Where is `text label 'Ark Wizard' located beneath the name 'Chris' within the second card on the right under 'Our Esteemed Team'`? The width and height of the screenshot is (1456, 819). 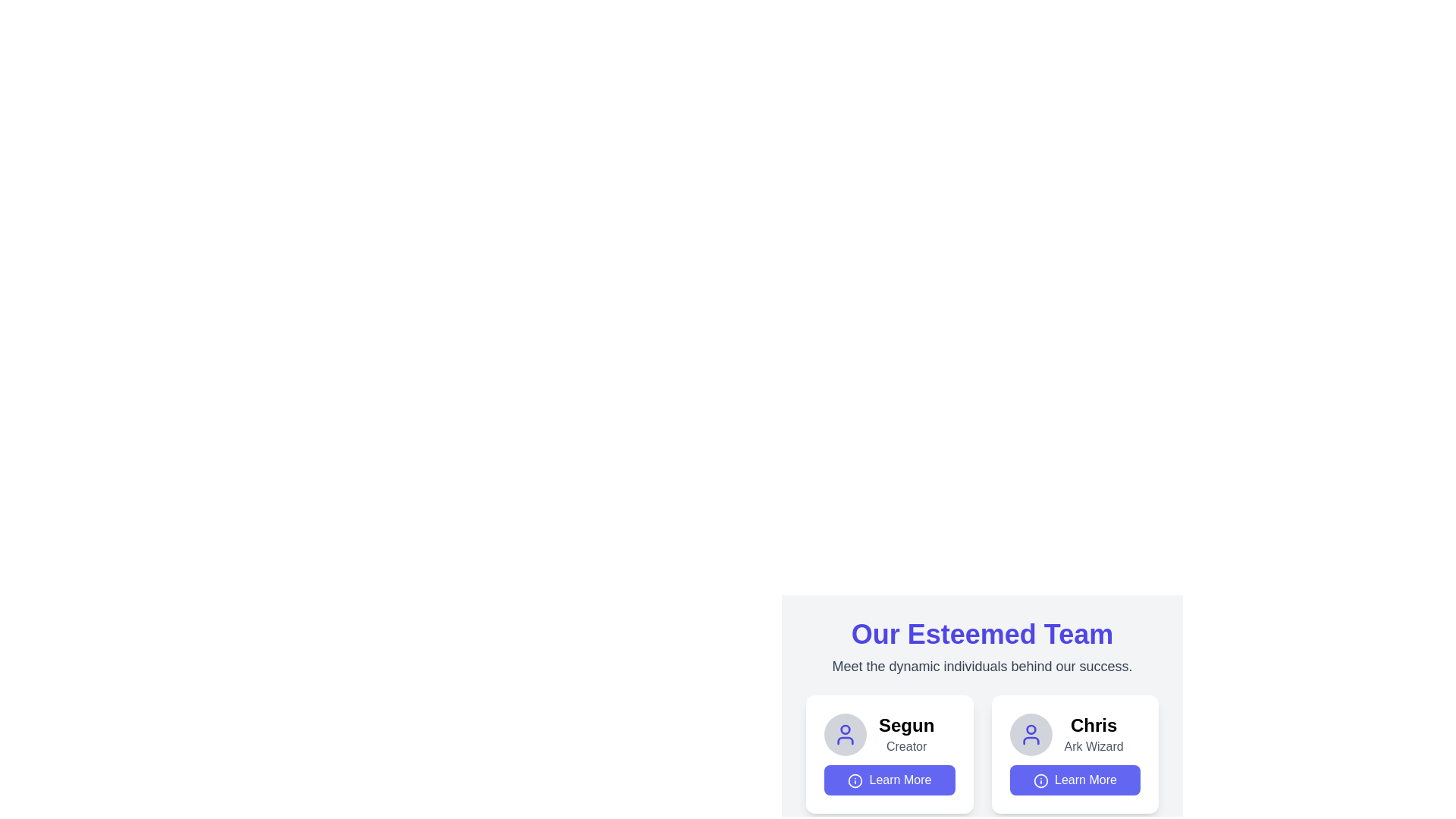 text label 'Ark Wizard' located beneath the name 'Chris' within the second card on the right under 'Our Esteemed Team' is located at coordinates (1094, 745).